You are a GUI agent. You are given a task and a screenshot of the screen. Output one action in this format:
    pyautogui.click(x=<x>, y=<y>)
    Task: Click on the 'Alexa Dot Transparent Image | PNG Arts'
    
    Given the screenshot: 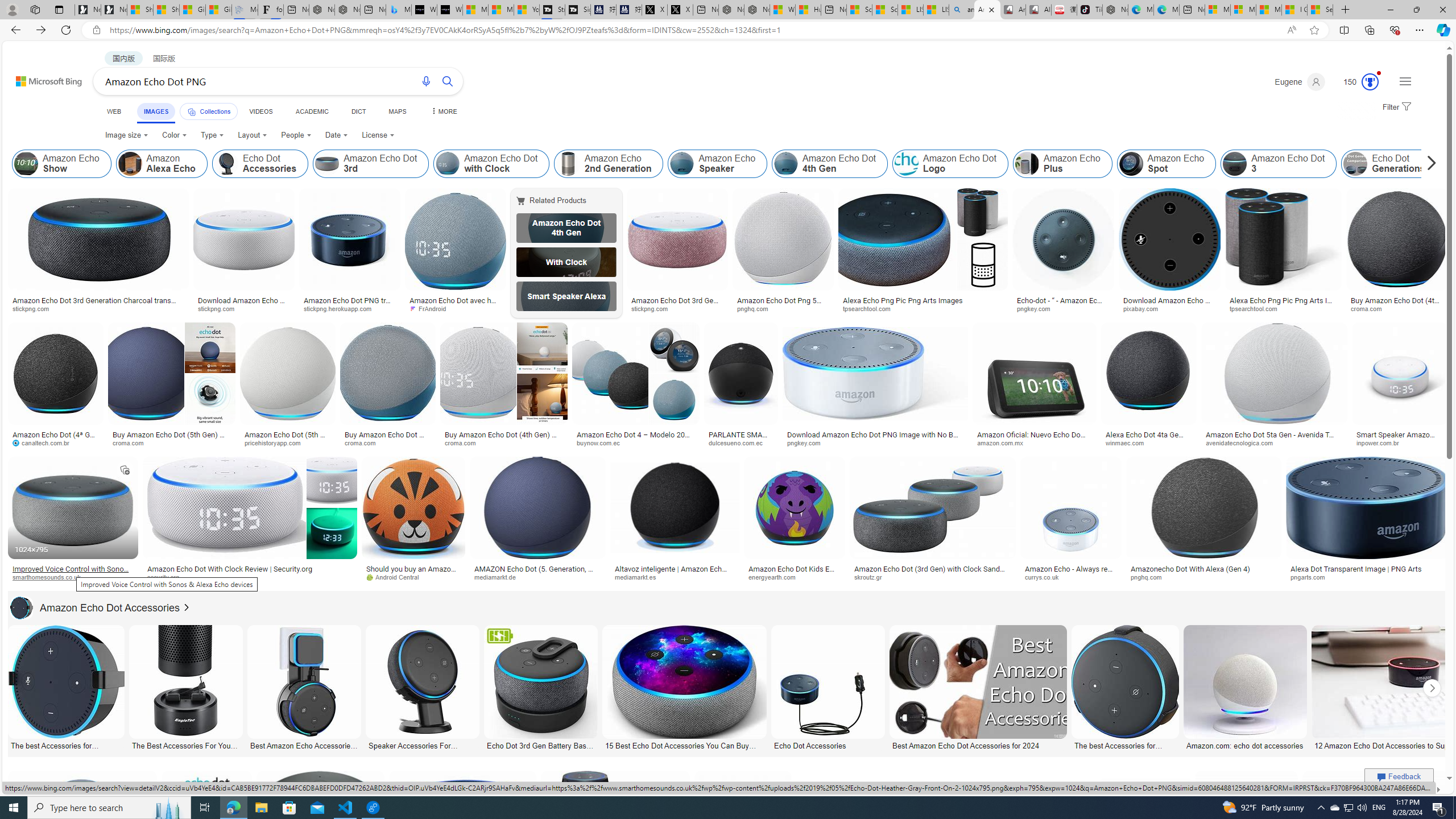 What is the action you would take?
    pyautogui.click(x=1366, y=568)
    